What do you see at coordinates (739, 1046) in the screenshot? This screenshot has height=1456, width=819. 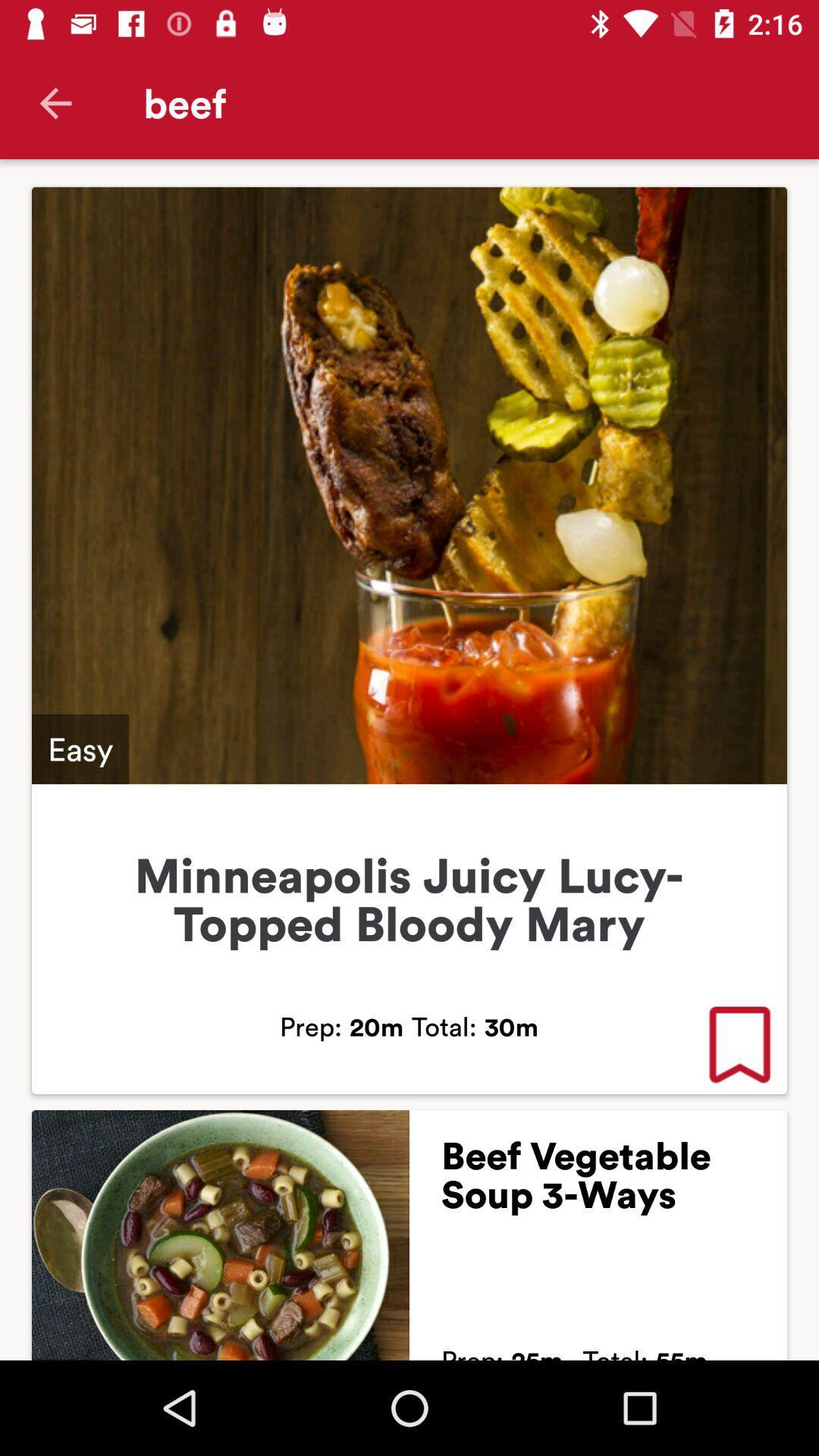 I see `icon below the minneapolis juicy lucy item` at bounding box center [739, 1046].